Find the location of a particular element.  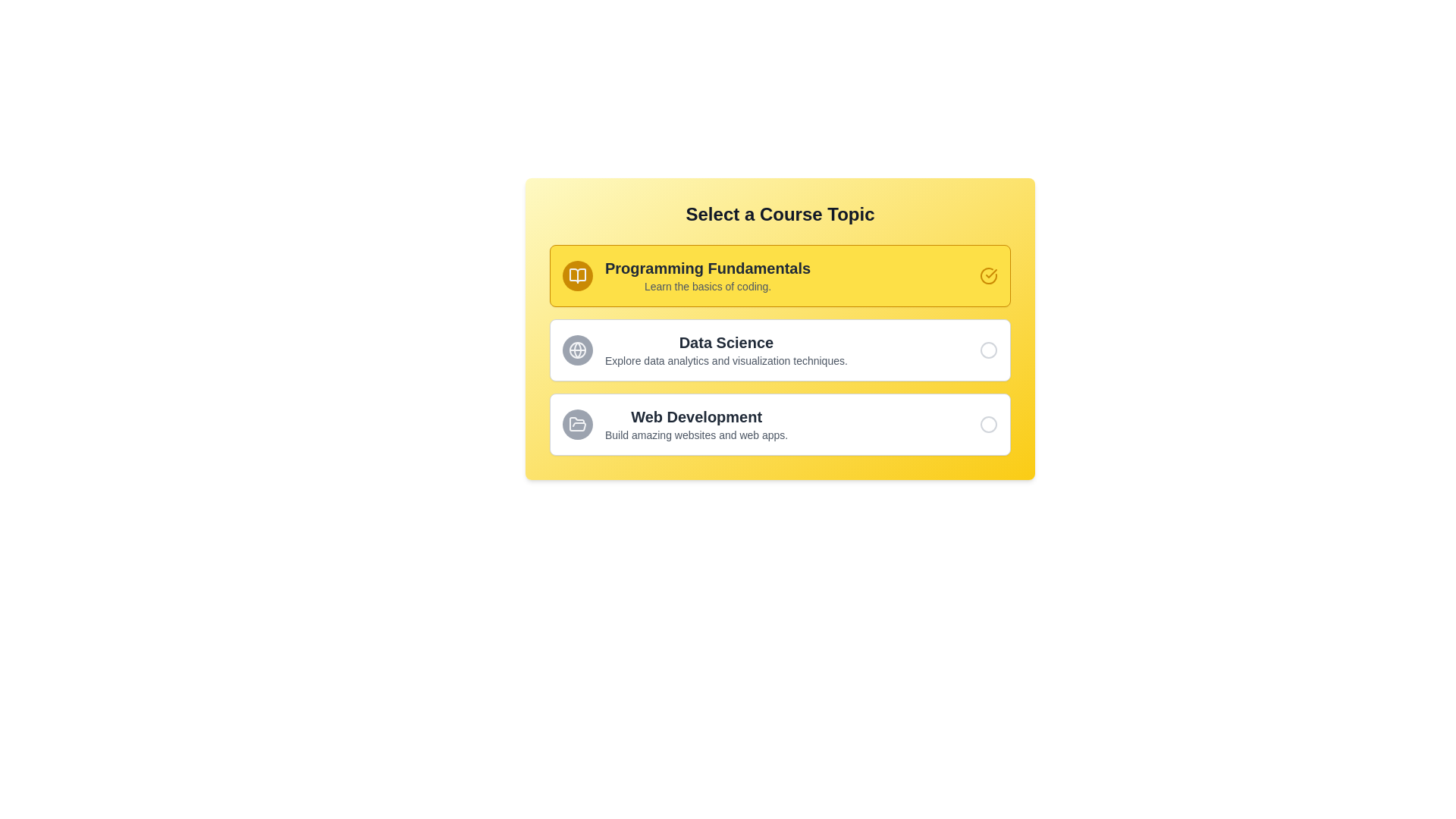

the radio button for the 'Web Development' option located at the bottom of the course topics list is located at coordinates (989, 424).